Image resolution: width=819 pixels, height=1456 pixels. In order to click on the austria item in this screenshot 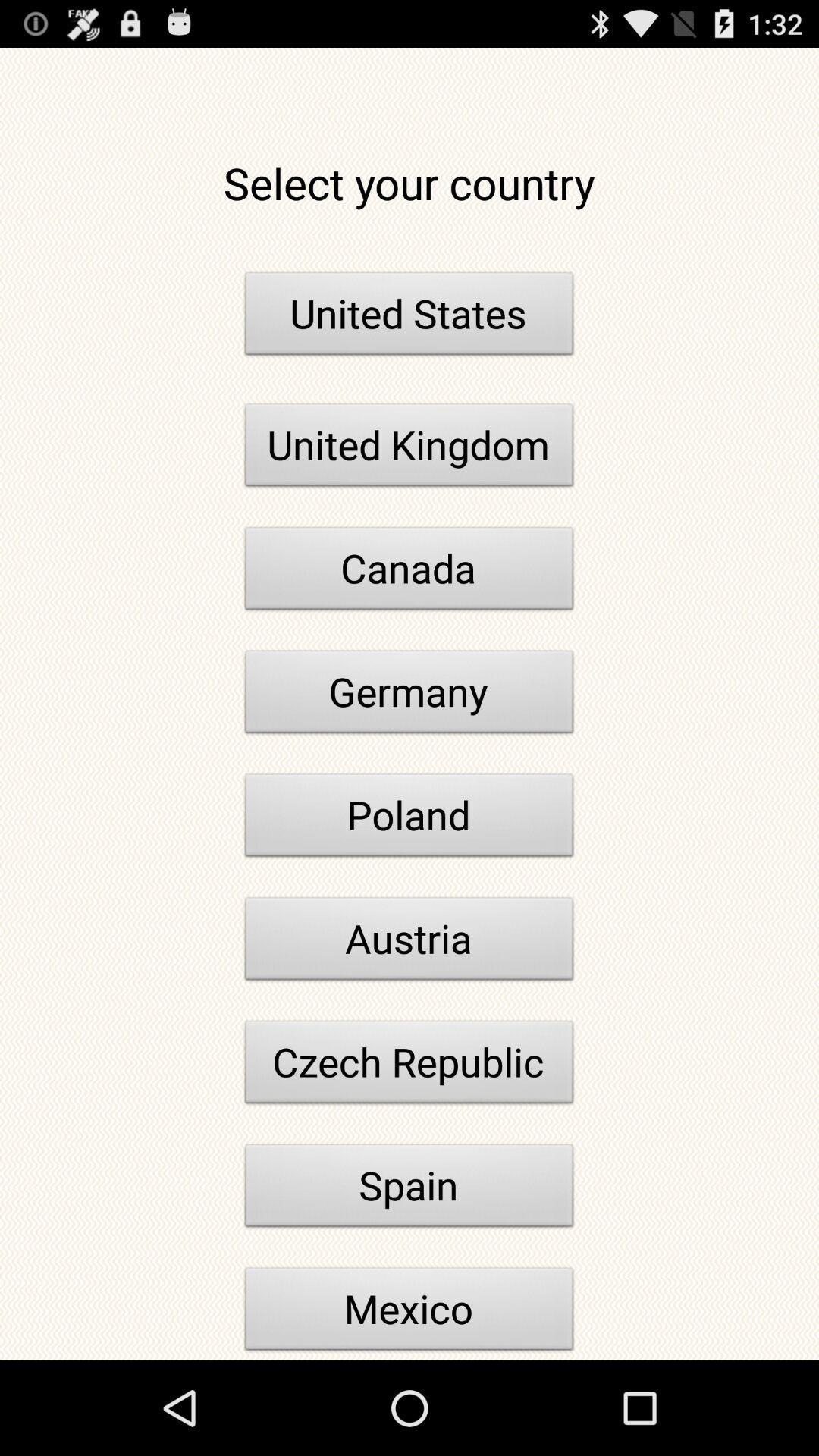, I will do `click(409, 942)`.